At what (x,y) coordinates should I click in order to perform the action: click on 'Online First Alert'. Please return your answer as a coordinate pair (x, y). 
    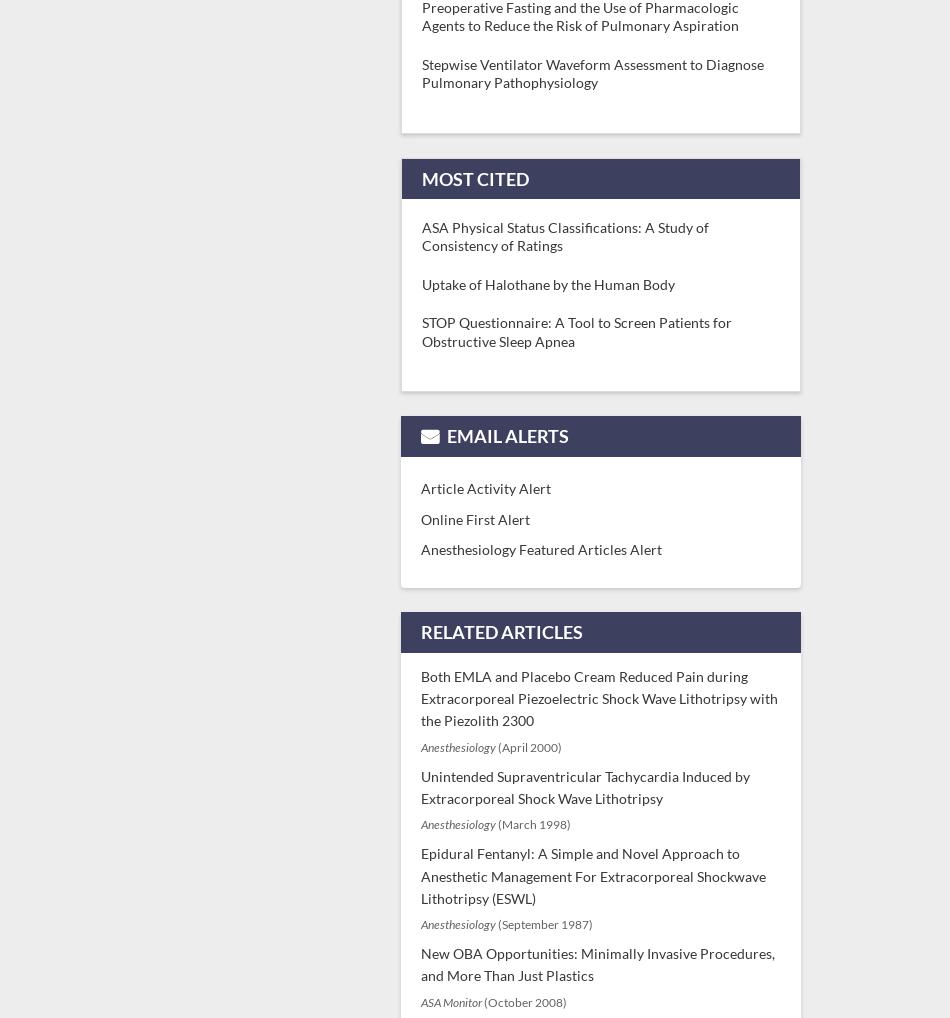
    Looking at the image, I should click on (475, 517).